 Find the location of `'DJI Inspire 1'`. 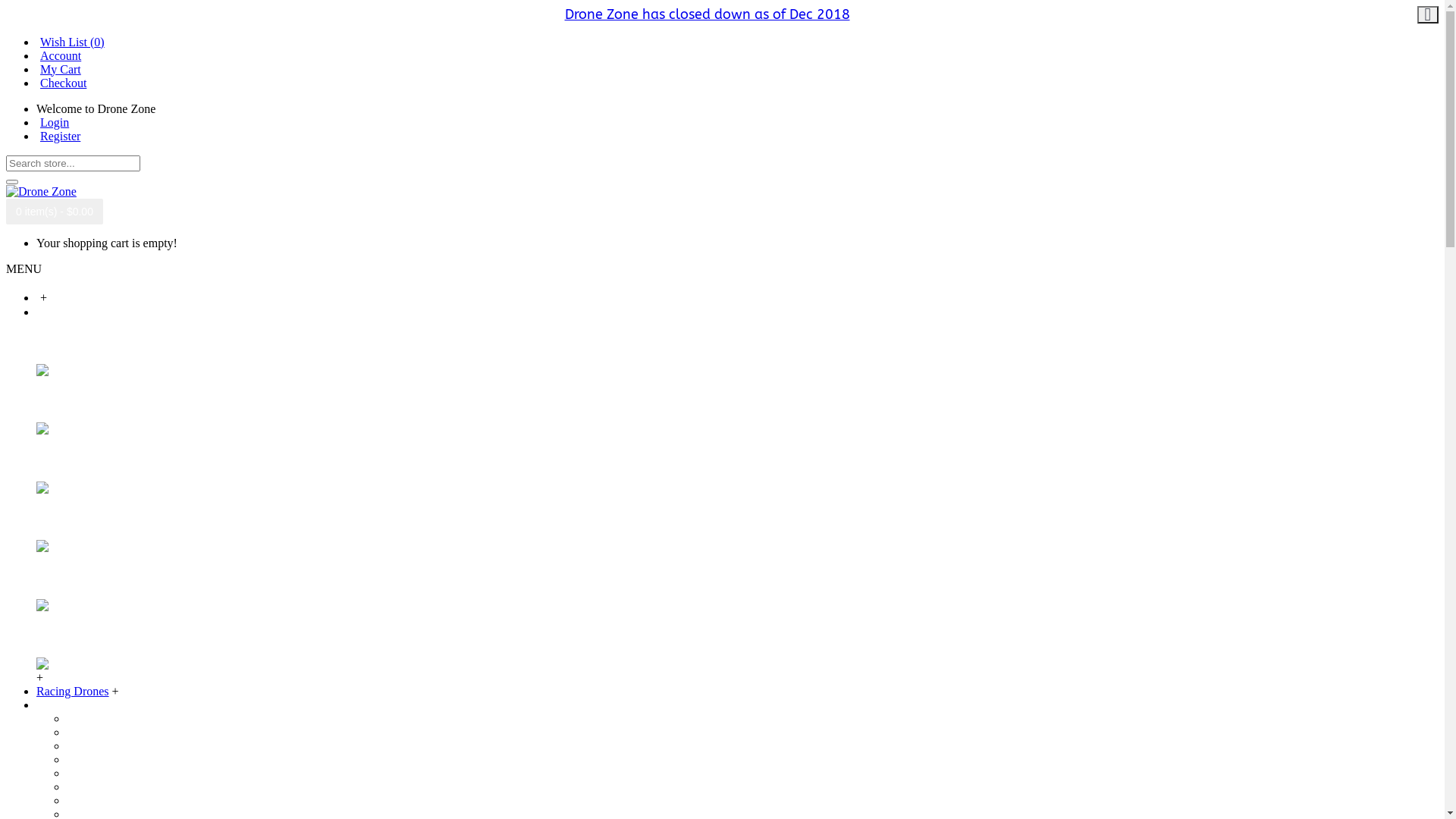

'DJI Inspire 1' is located at coordinates (97, 773).